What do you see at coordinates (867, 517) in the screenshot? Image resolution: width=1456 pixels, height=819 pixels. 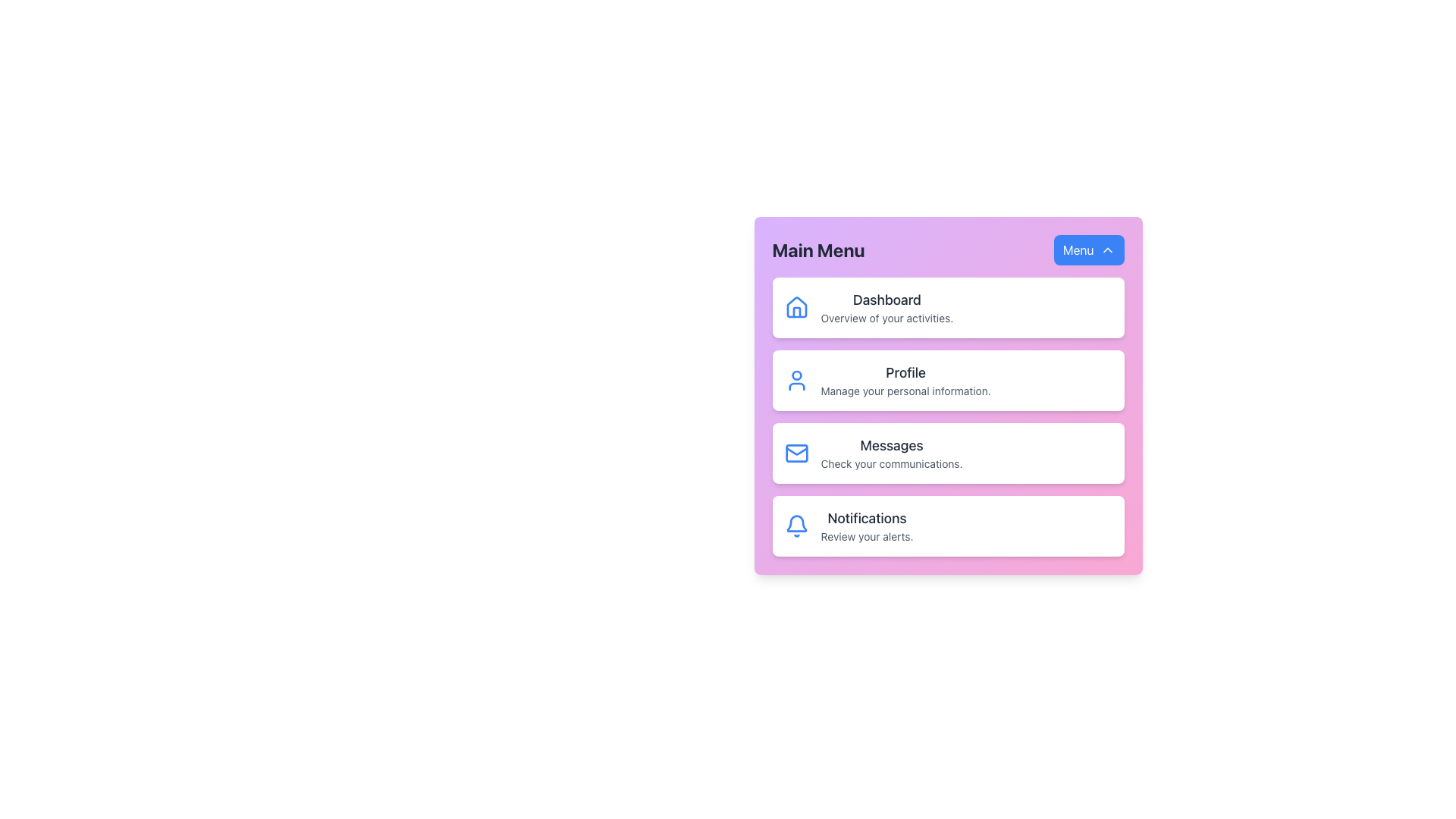 I see `the static text label 'Notifications' which serves as the title of the Notifications section, located beneath 'Messages' in the Main Menu interface` at bounding box center [867, 517].